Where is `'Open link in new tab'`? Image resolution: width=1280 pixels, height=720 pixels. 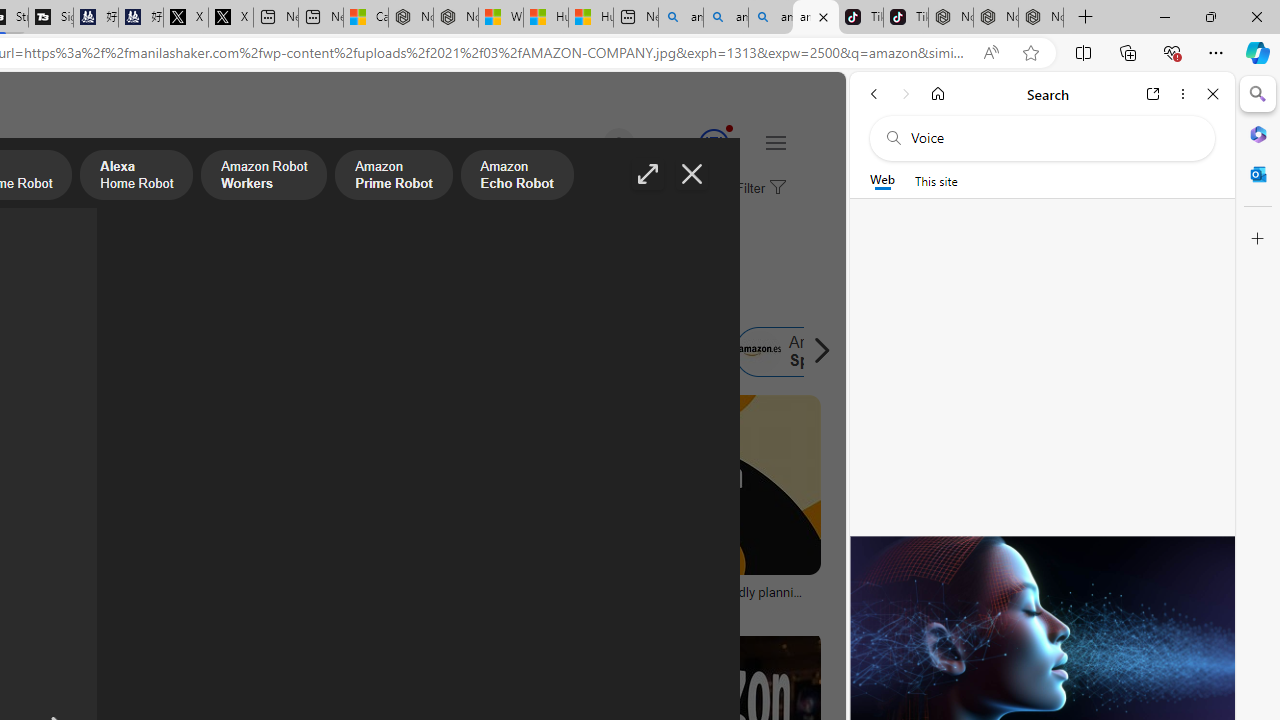 'Open link in new tab' is located at coordinates (1153, 93).